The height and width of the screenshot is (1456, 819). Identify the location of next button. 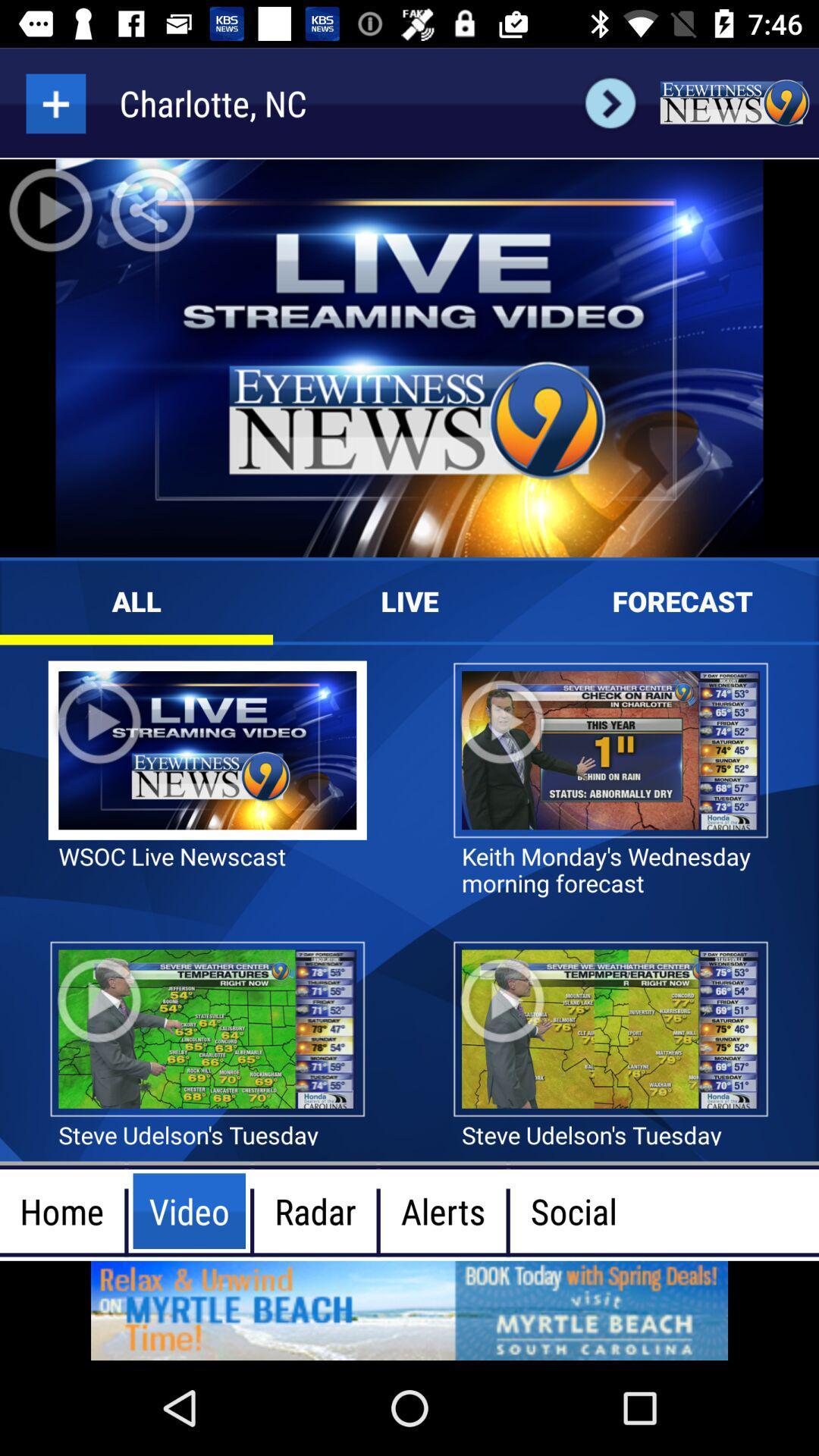
(610, 102).